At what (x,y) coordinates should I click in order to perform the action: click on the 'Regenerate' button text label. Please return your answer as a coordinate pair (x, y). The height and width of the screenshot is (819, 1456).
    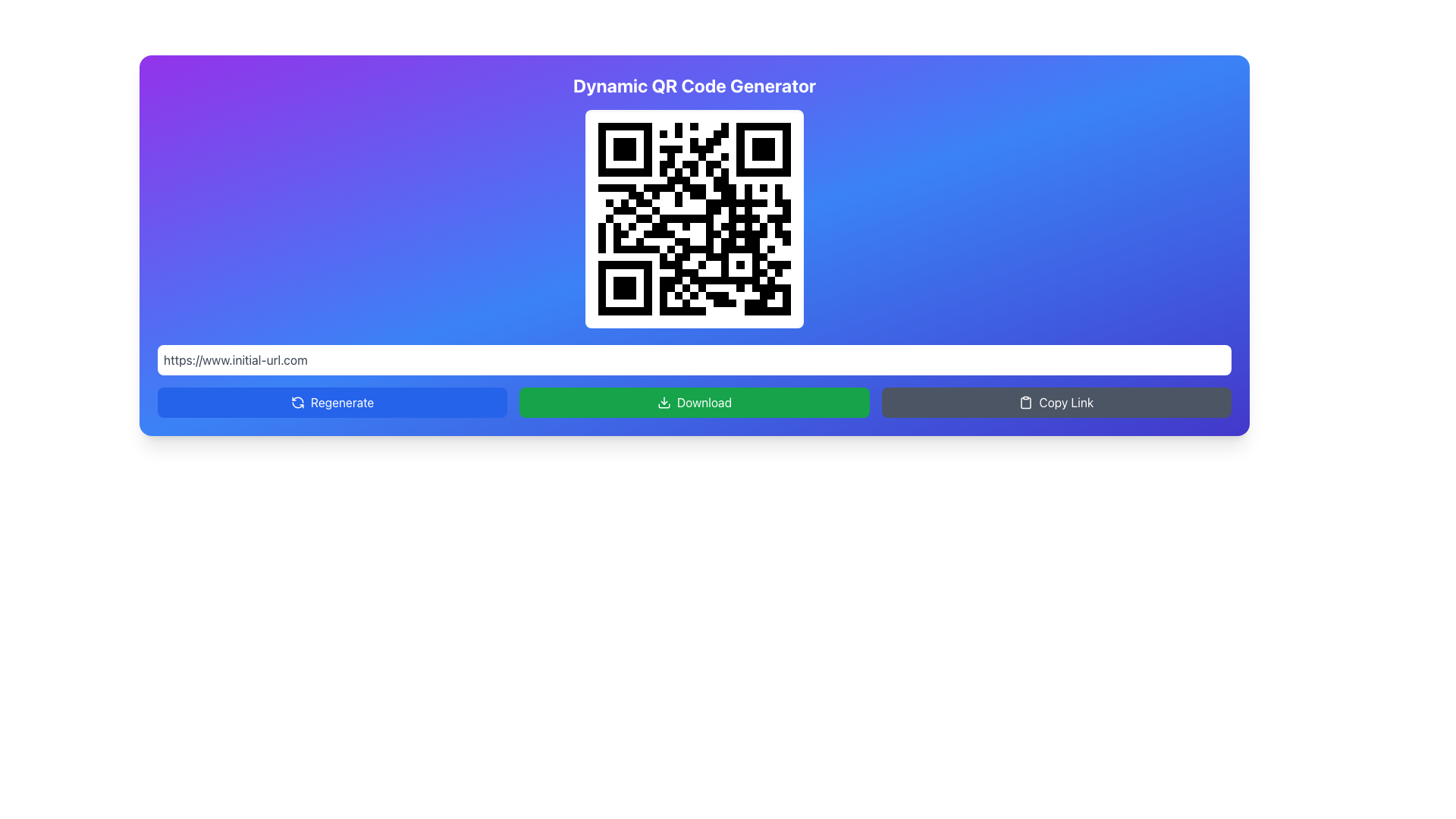
    Looking at the image, I should click on (341, 402).